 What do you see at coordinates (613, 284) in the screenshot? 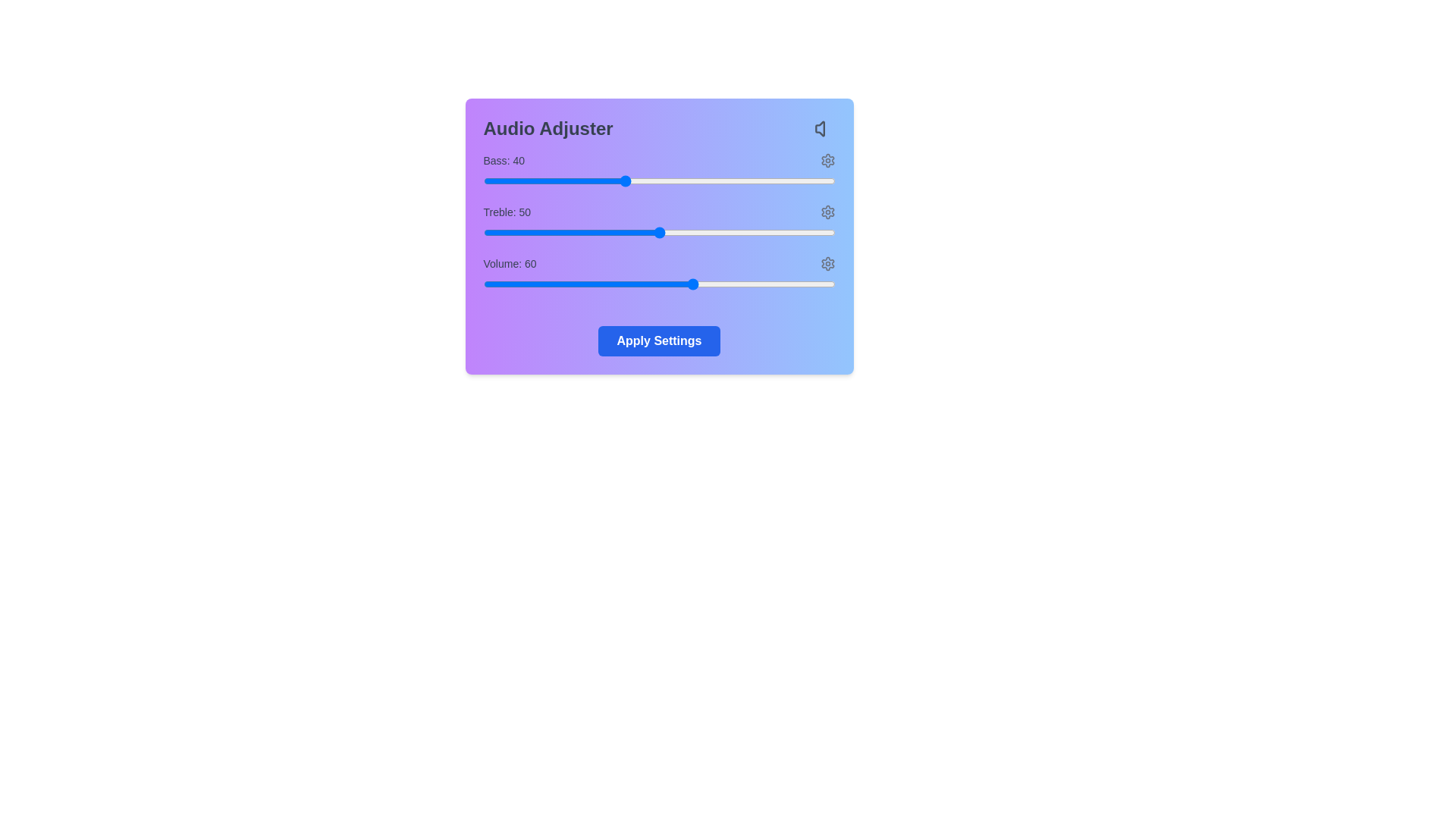
I see `the volume` at bounding box center [613, 284].